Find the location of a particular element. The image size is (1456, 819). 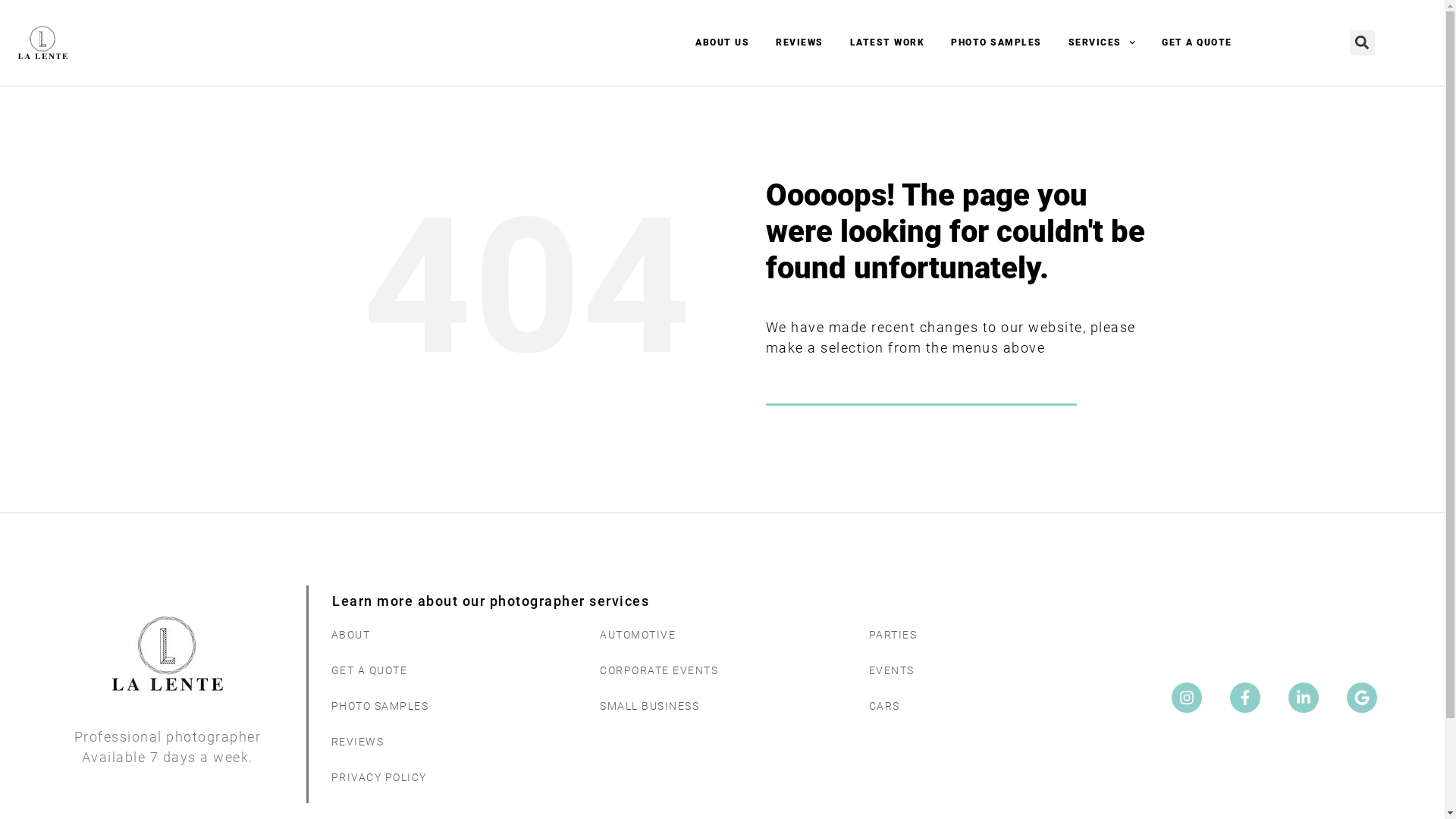

'EVENTS' is located at coordinates (854, 670).